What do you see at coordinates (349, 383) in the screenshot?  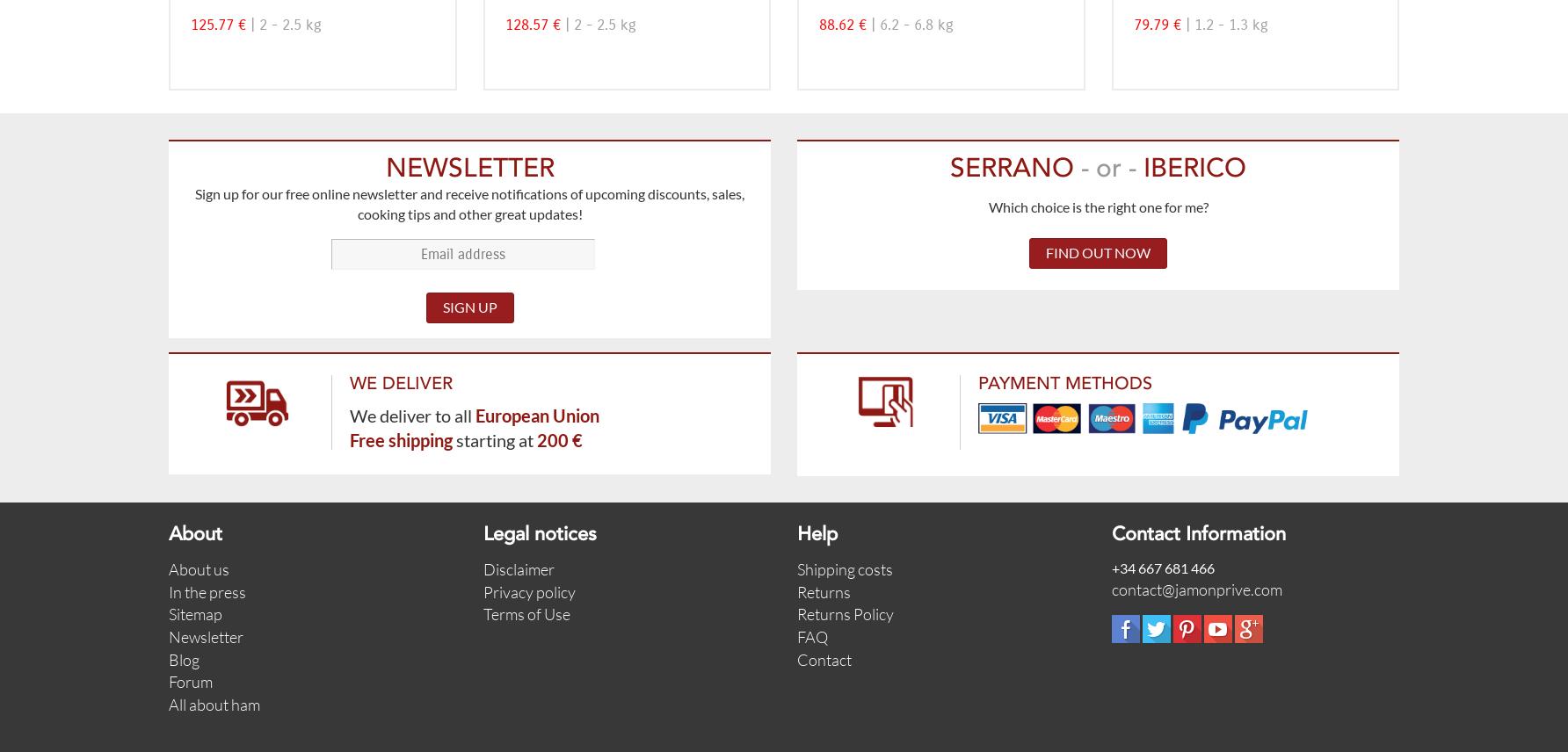 I see `'WE DELIVER'` at bounding box center [349, 383].